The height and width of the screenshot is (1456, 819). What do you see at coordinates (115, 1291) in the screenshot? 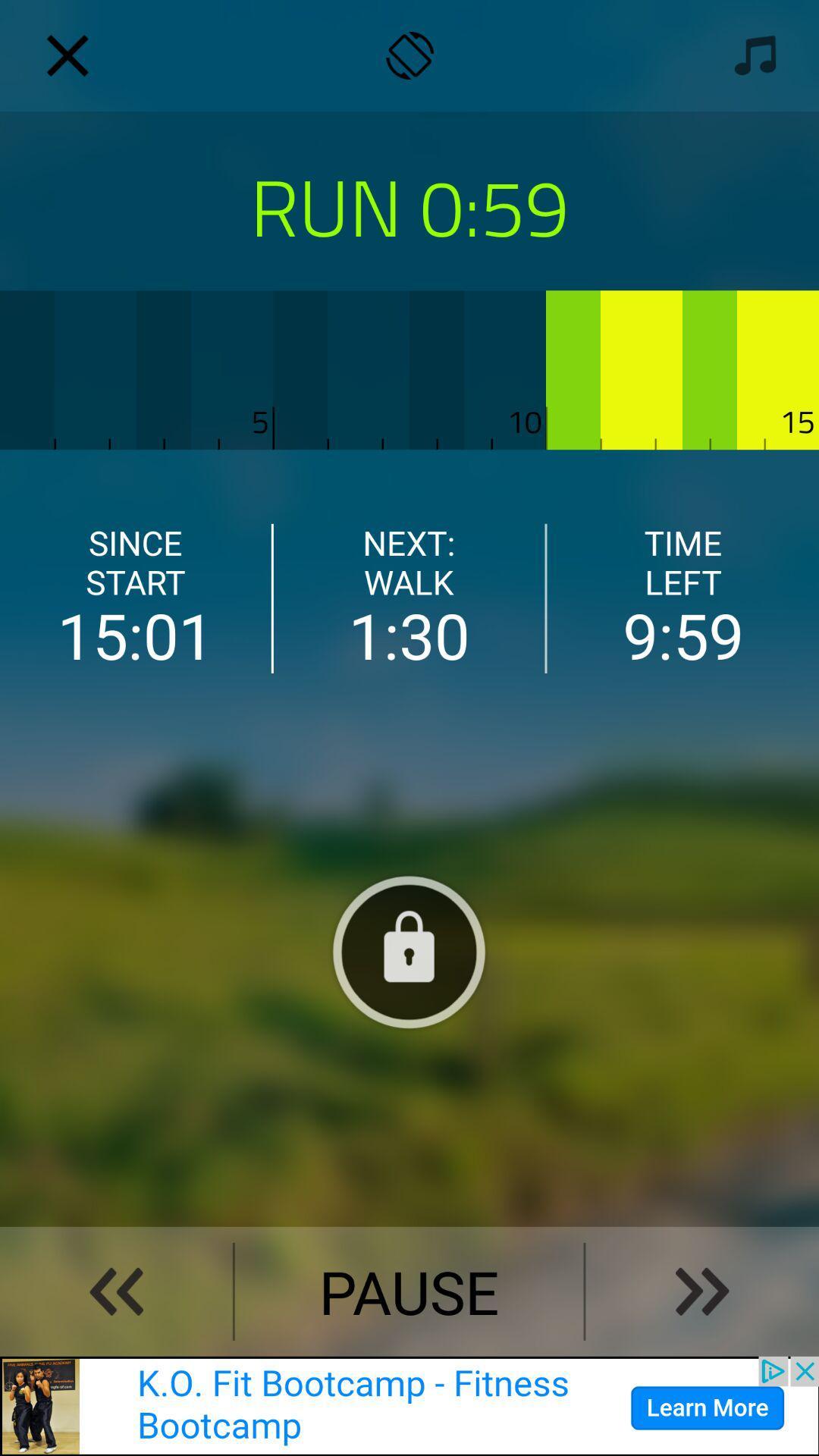
I see `go back` at bounding box center [115, 1291].